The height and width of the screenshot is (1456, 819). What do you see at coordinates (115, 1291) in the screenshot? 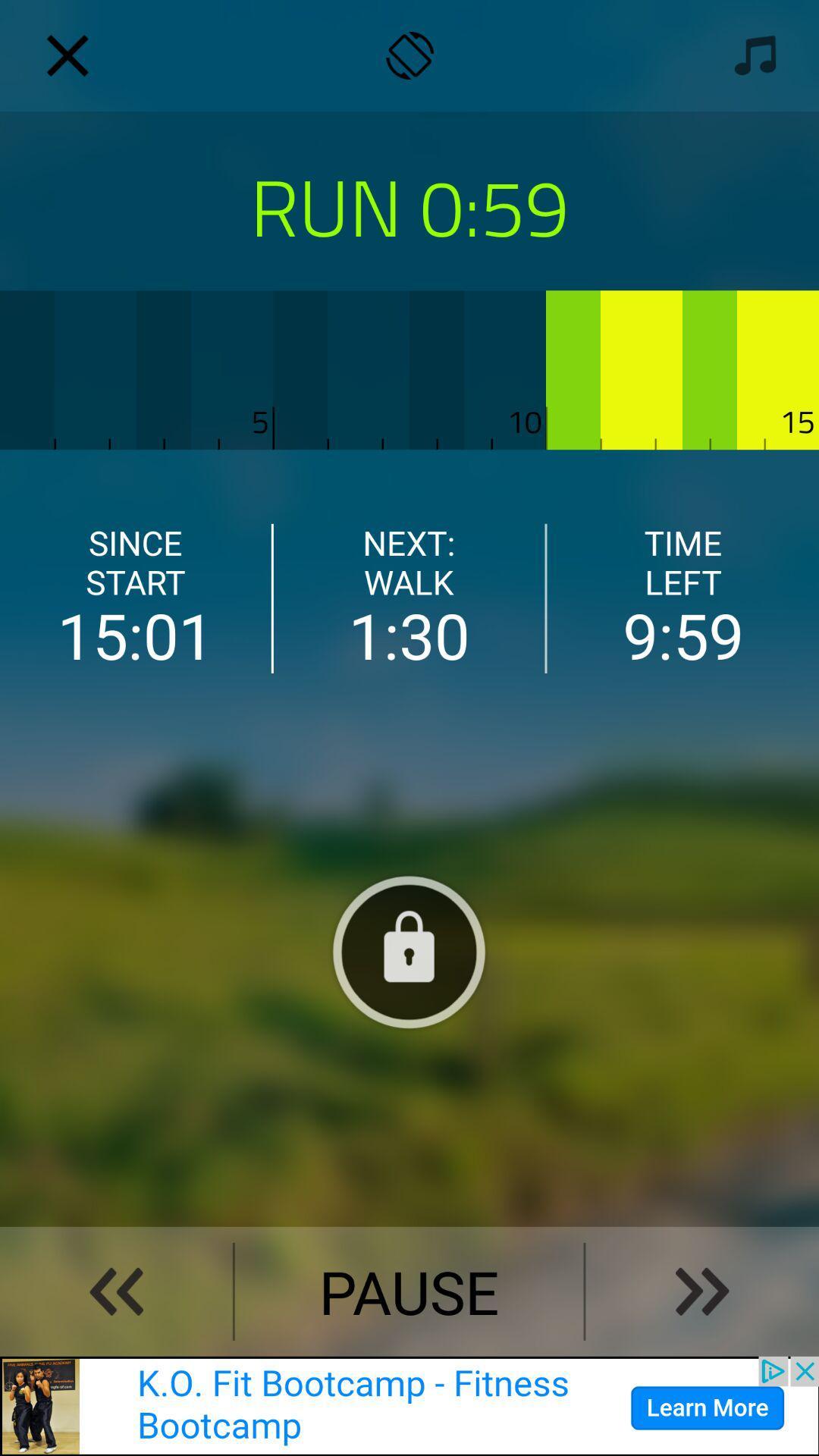
I see `go back` at bounding box center [115, 1291].